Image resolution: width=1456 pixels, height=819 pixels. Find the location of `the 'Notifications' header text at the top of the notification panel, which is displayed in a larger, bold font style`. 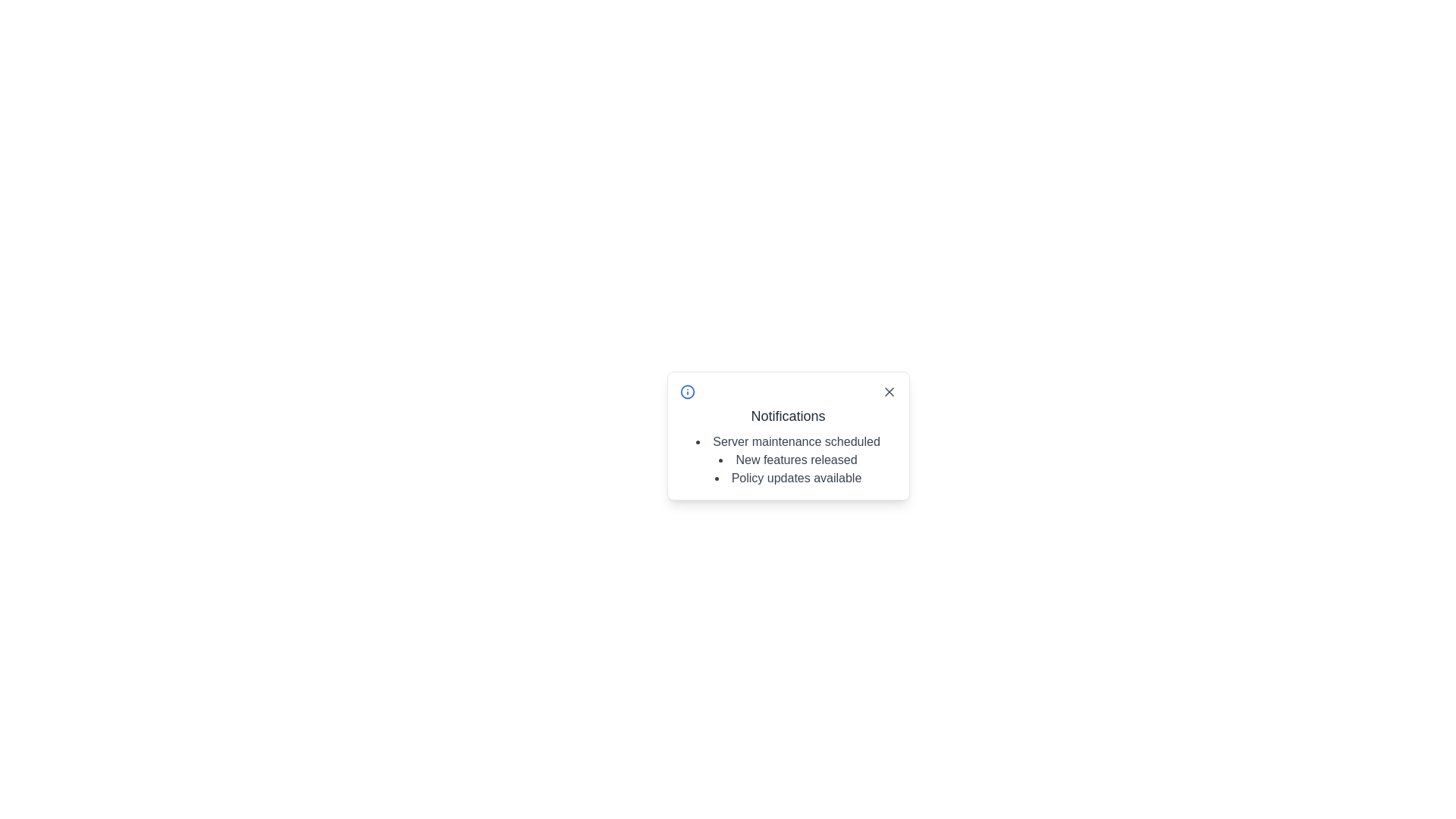

the 'Notifications' header text at the top of the notification panel, which is displayed in a larger, bold font style is located at coordinates (788, 416).